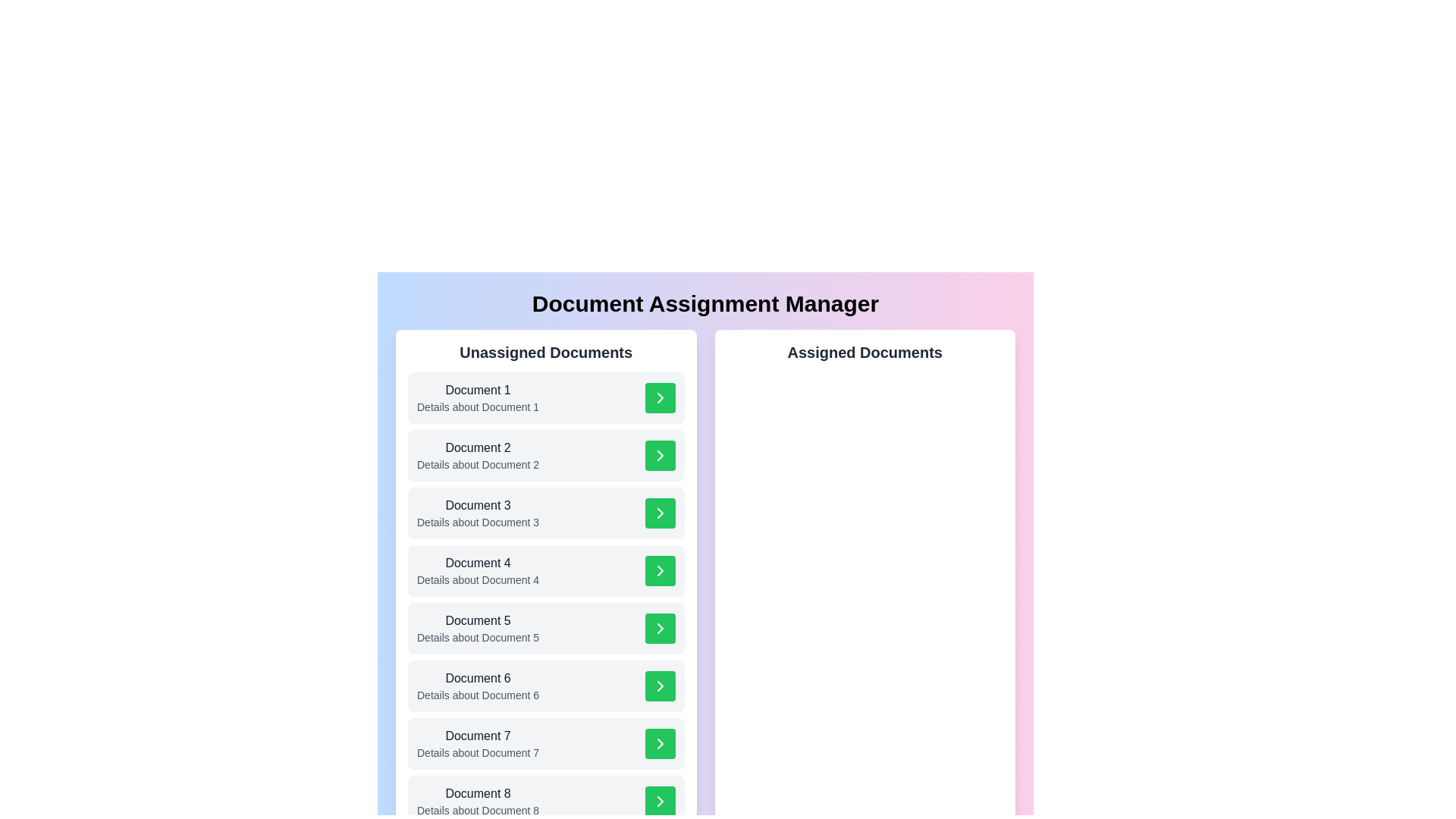 The height and width of the screenshot is (819, 1456). What do you see at coordinates (477, 637) in the screenshot?
I see `descriptive text label for 'Document 5' located in the 'Unassigned Documents' list, specifically as the second line` at bounding box center [477, 637].